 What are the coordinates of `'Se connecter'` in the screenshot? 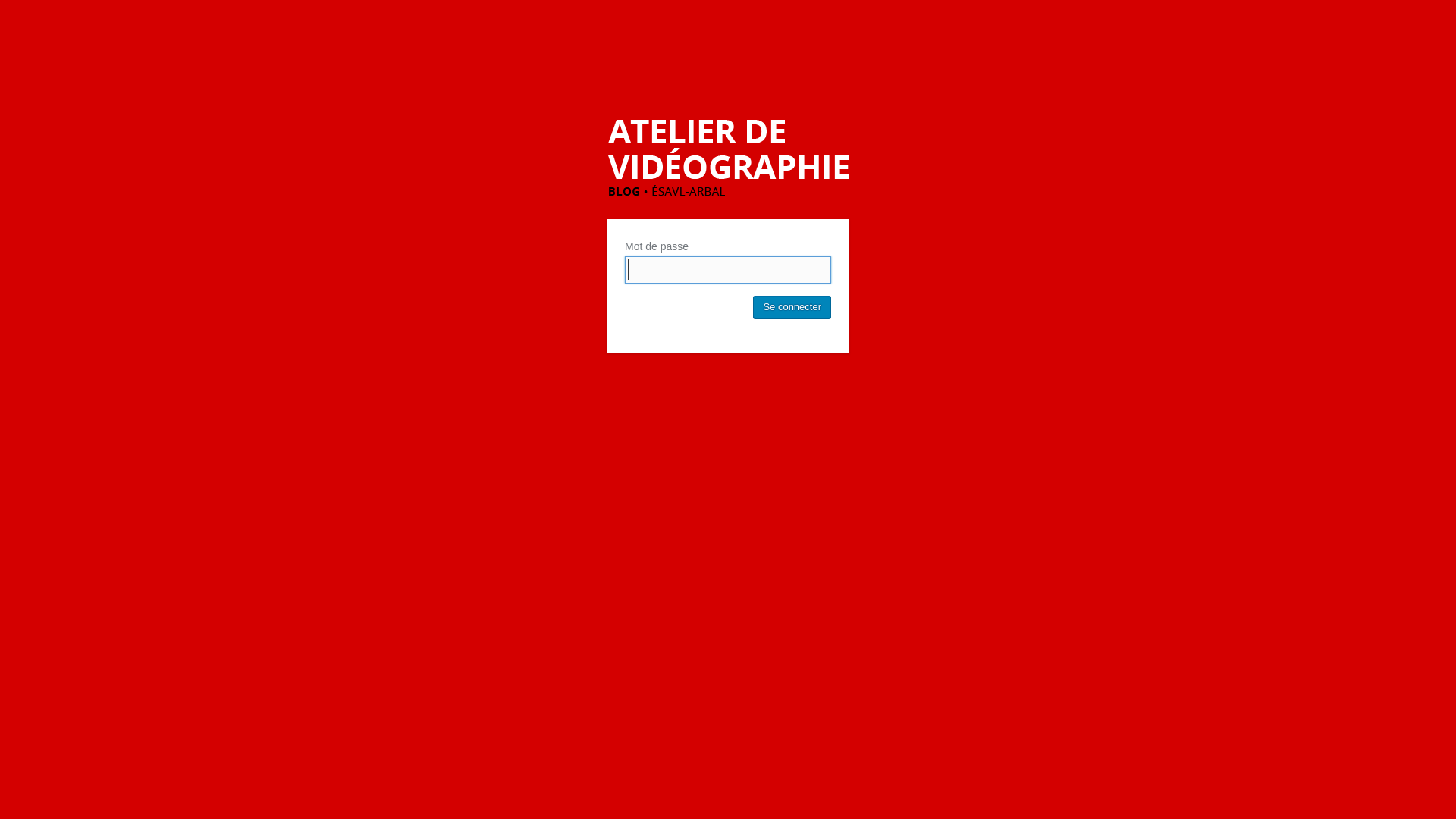 It's located at (791, 307).